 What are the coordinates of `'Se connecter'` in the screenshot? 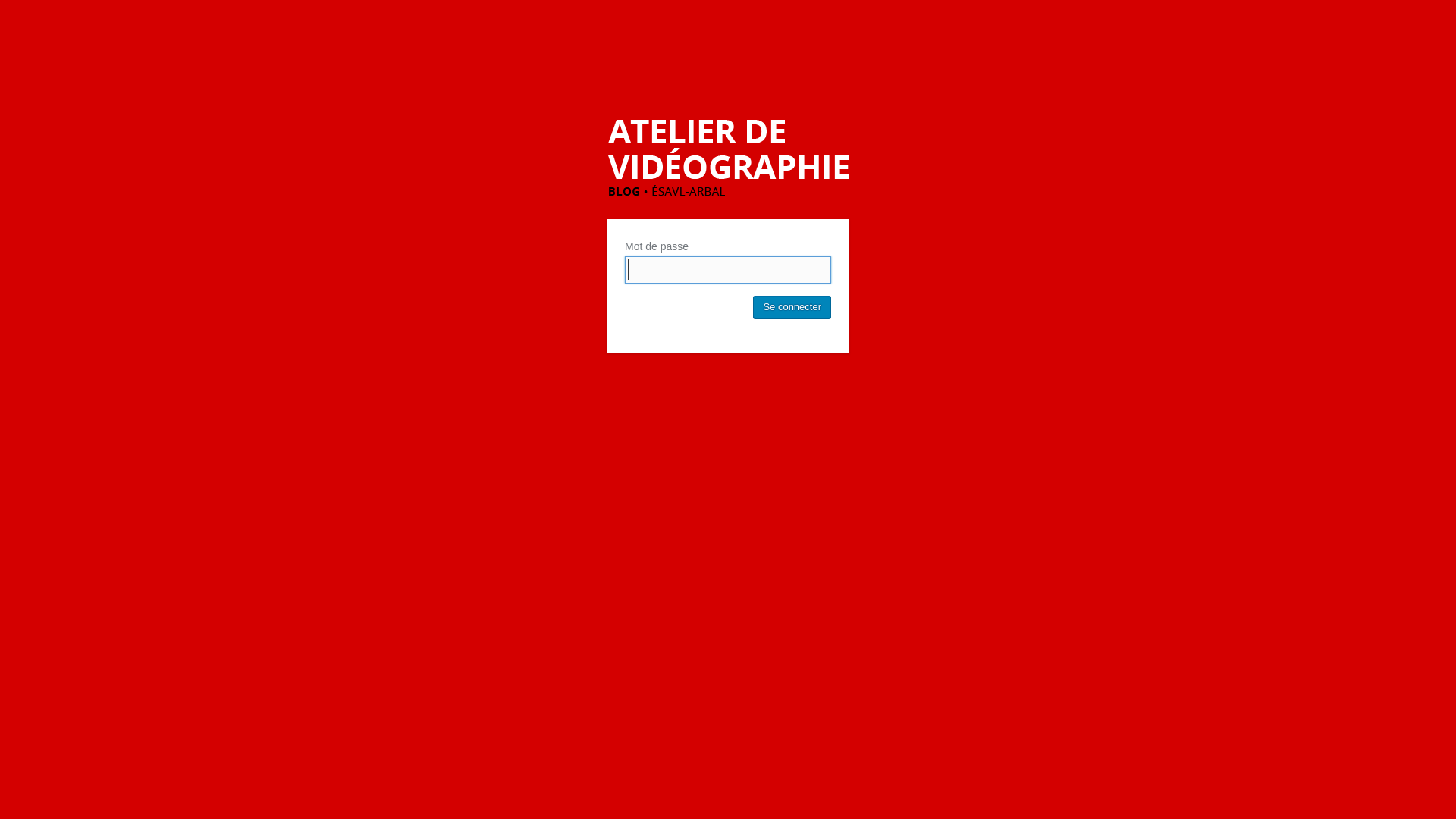 It's located at (791, 307).